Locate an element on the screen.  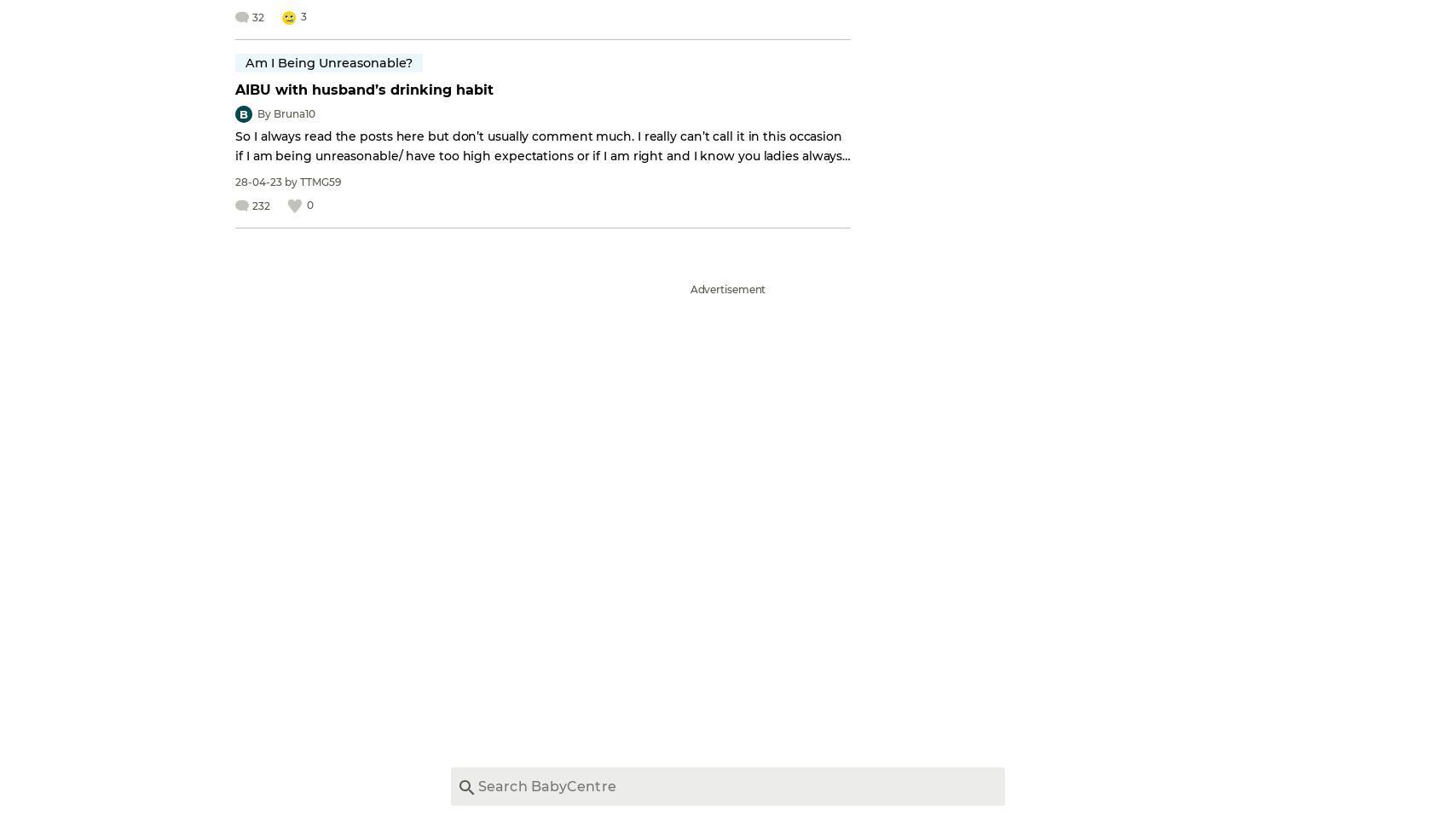
'3' is located at coordinates (303, 15).